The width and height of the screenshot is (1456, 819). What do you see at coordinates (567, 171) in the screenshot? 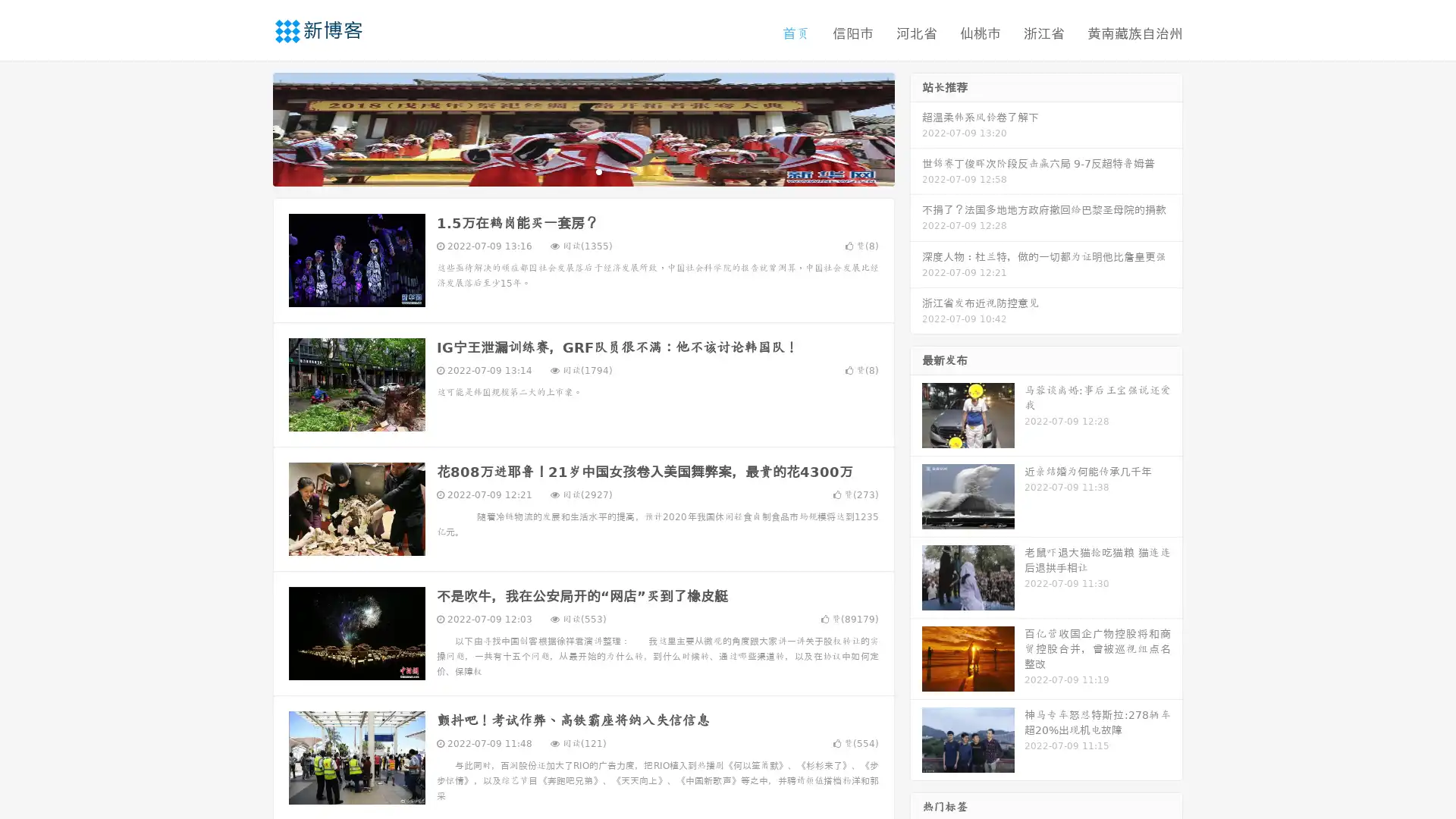
I see `Go to slide 1` at bounding box center [567, 171].